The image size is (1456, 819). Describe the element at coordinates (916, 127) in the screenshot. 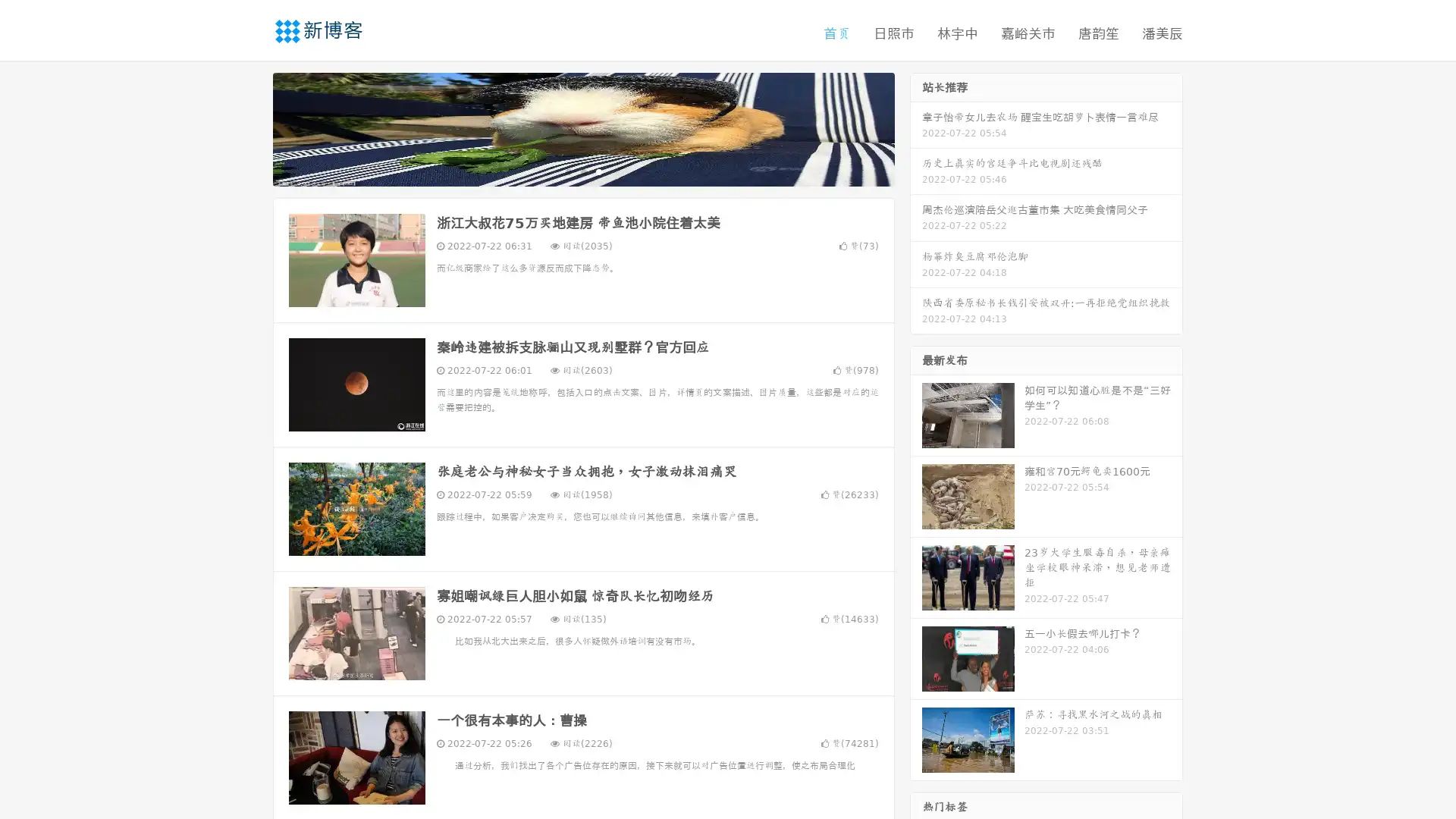

I see `Next slide` at that location.